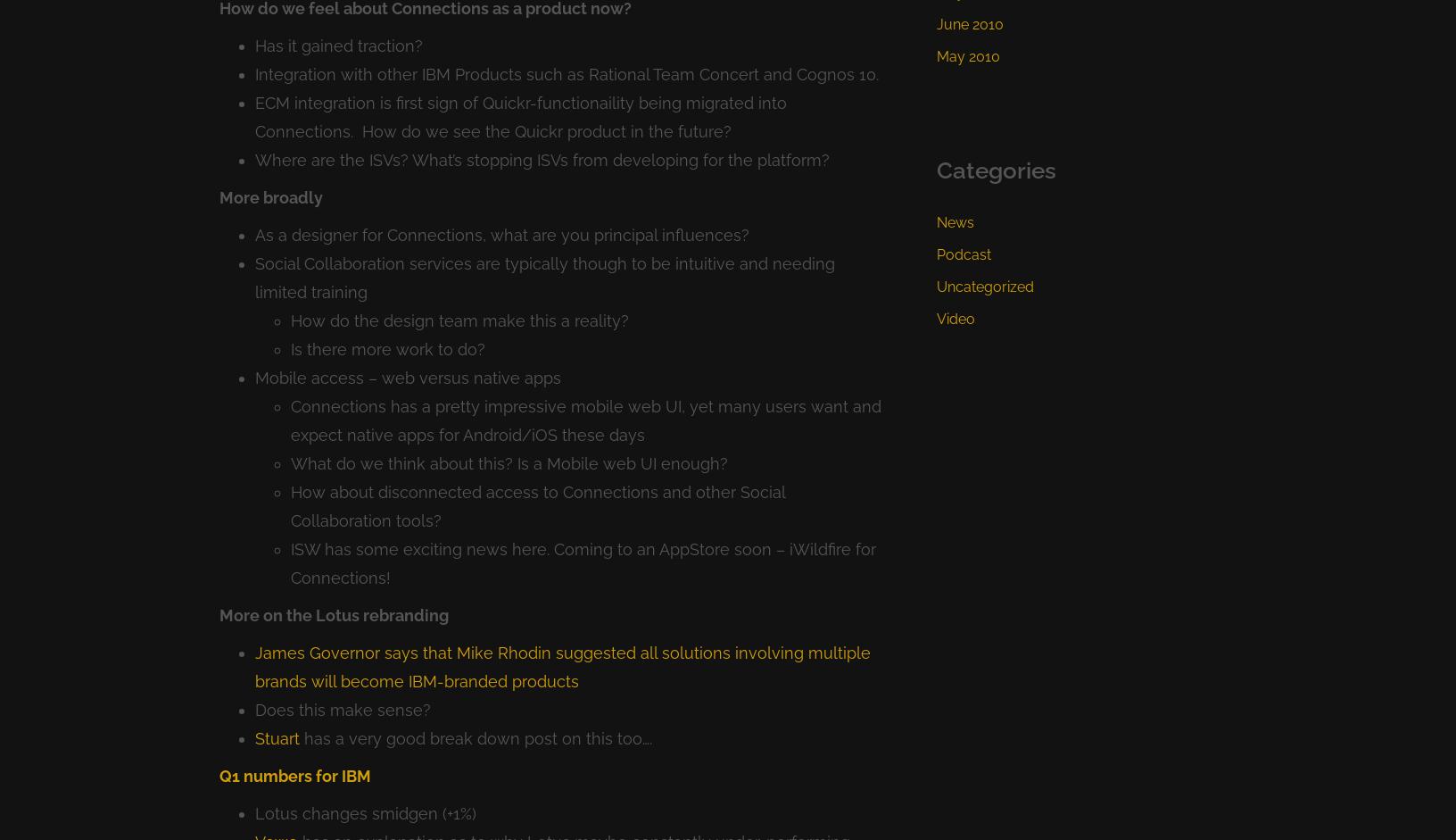 This screenshot has width=1456, height=840. I want to click on 'June 2010', so click(969, 23).